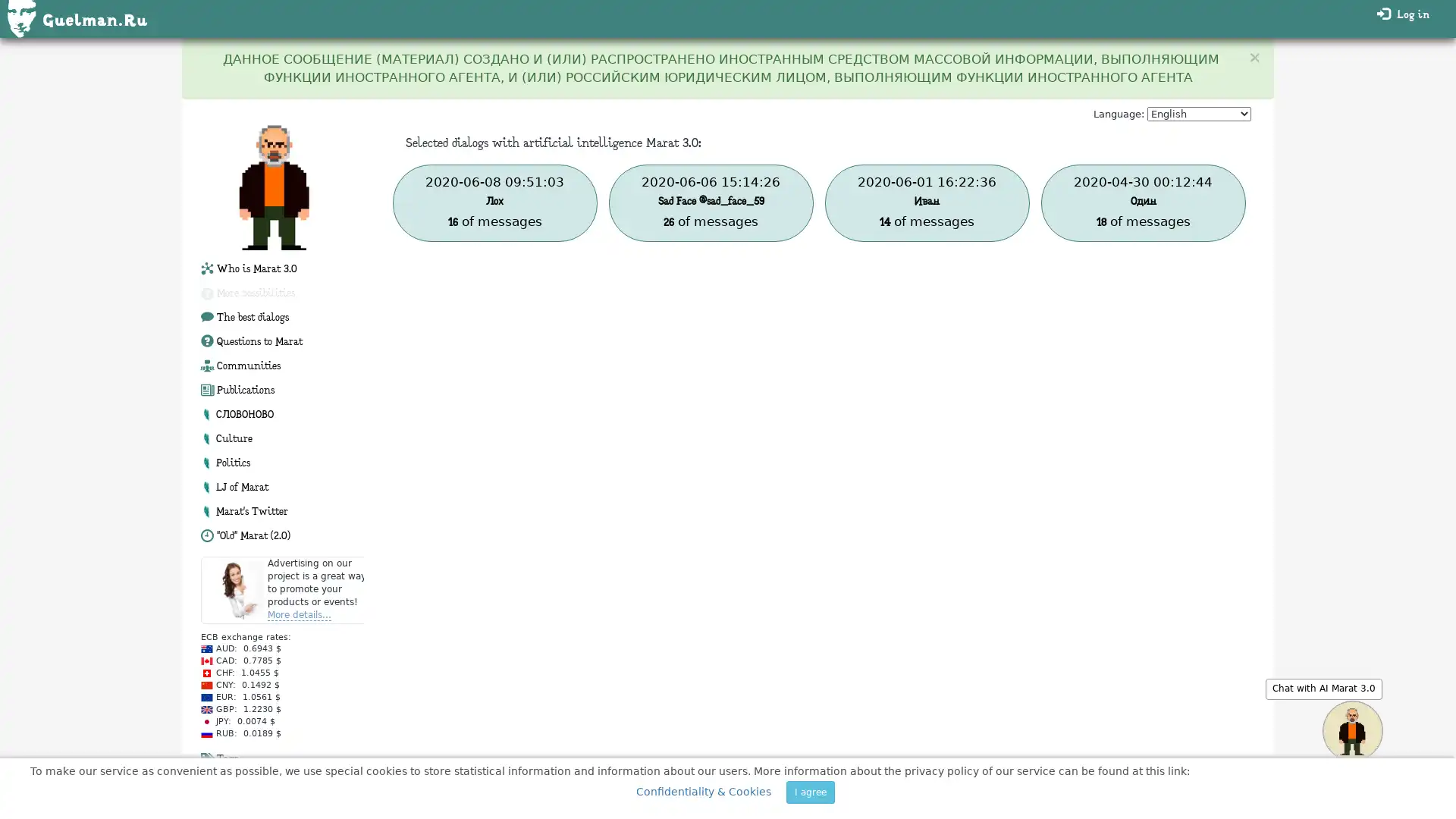 This screenshot has height=819, width=1456. I want to click on I agree, so click(810, 792).